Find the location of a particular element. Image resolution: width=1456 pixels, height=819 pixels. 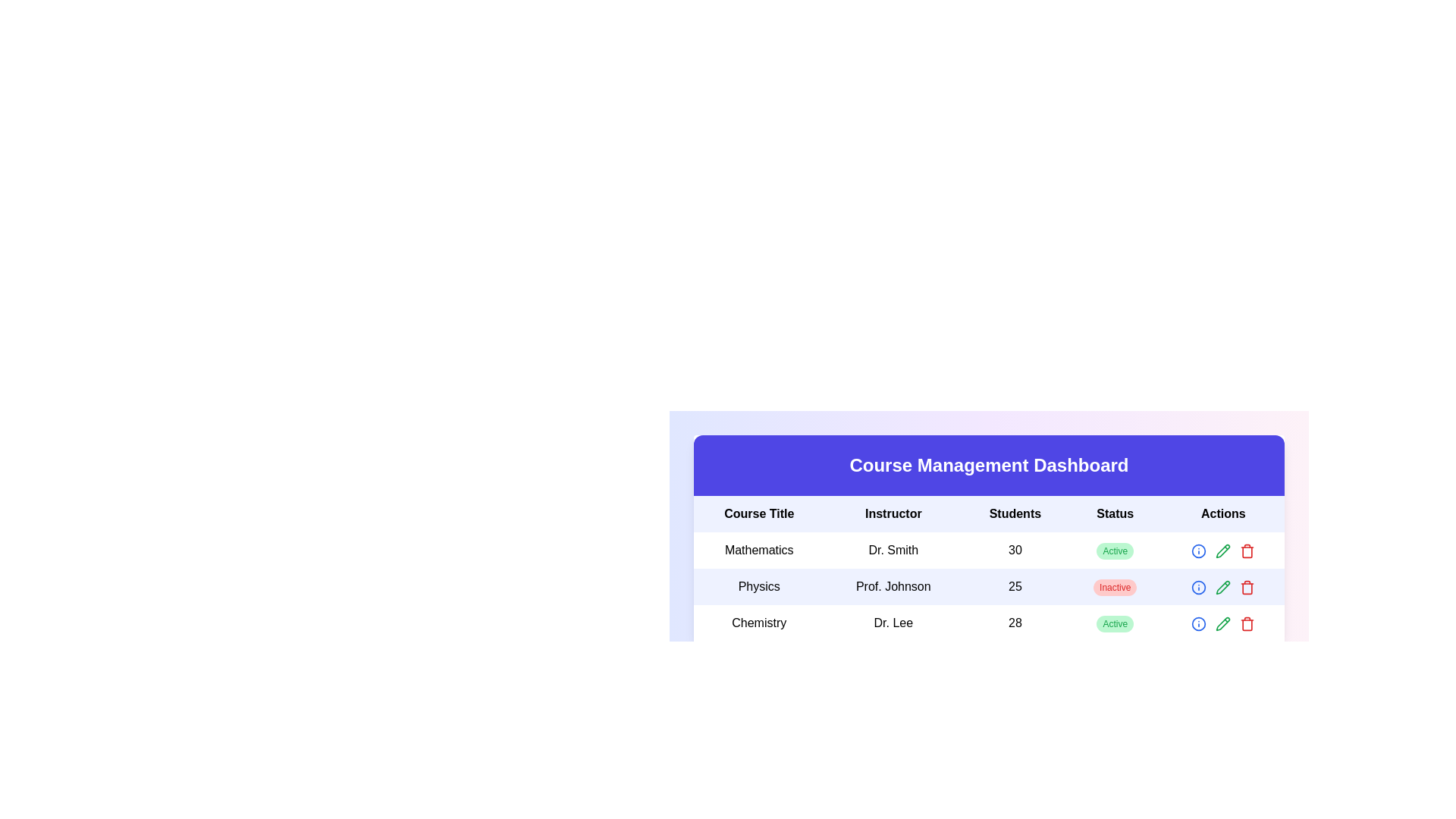

the text label displaying 'Chemistry' located in the third row of the 'Course Title' column within a table layout is located at coordinates (759, 623).